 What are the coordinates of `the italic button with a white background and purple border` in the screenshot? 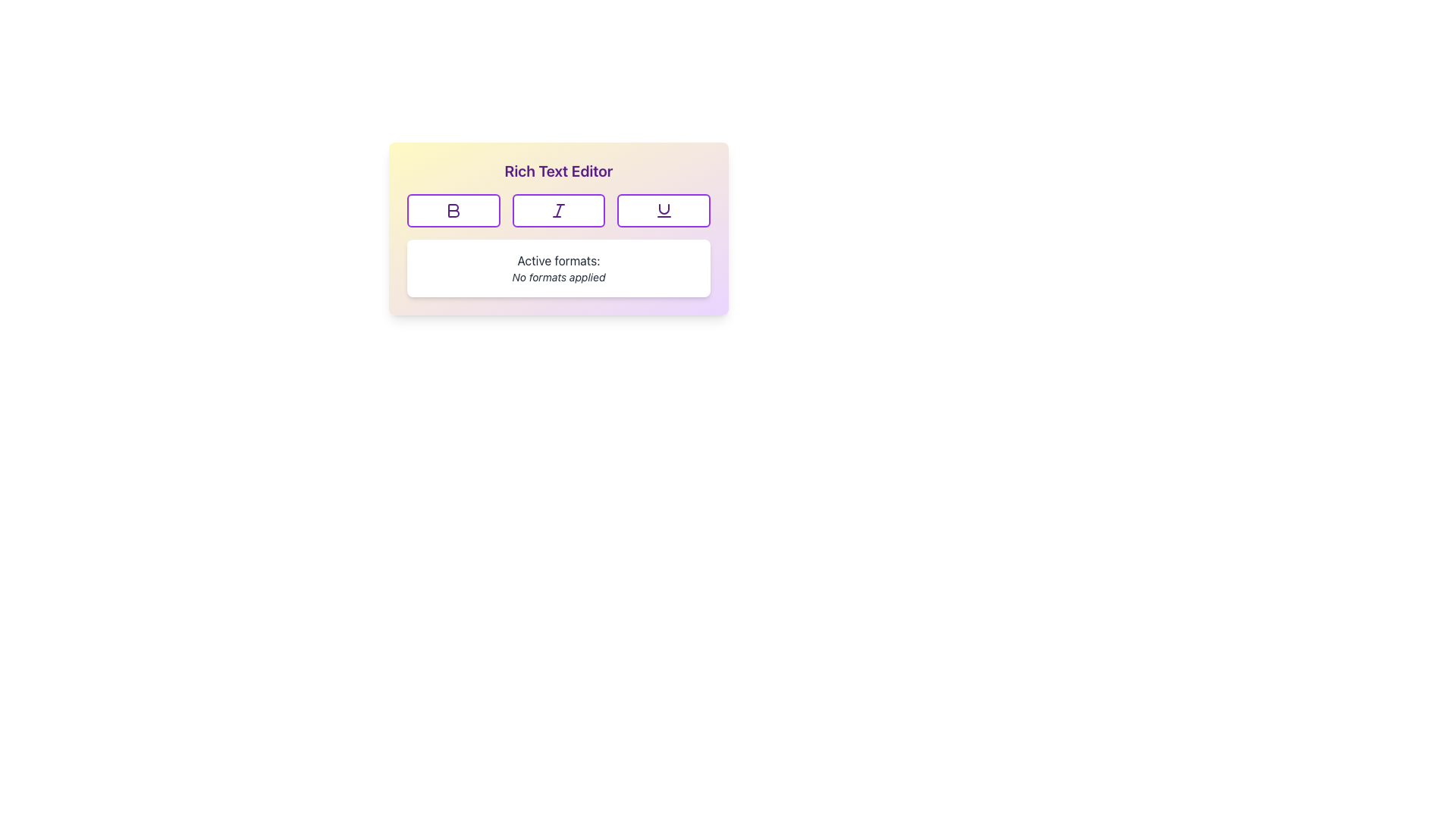 It's located at (557, 210).